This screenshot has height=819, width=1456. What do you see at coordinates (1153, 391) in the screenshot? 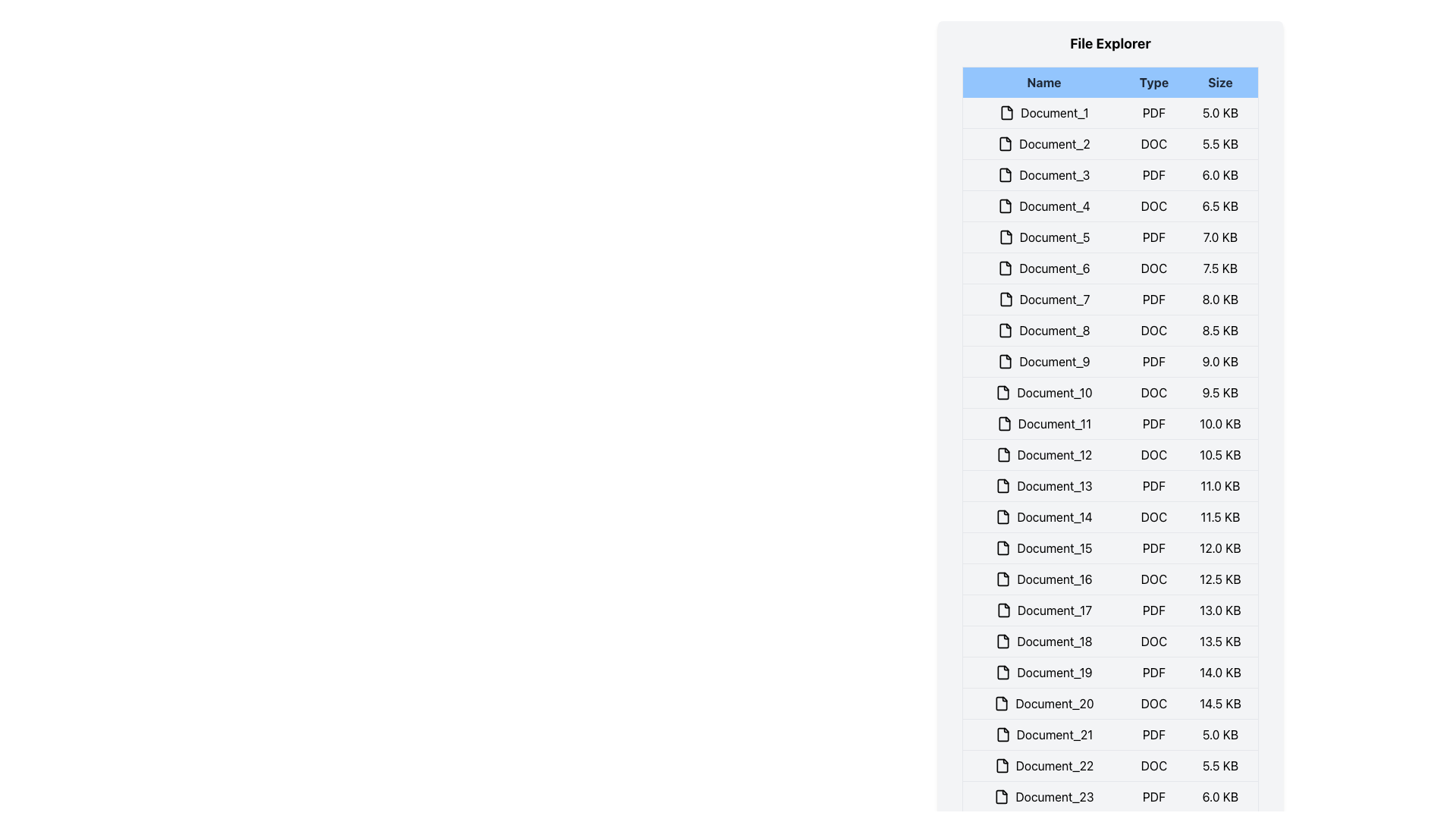
I see `the Text Label indicating the file type of the document for 'Document_10', located in the second column titled 'Type', positioned directly to the right of the document name` at bounding box center [1153, 391].